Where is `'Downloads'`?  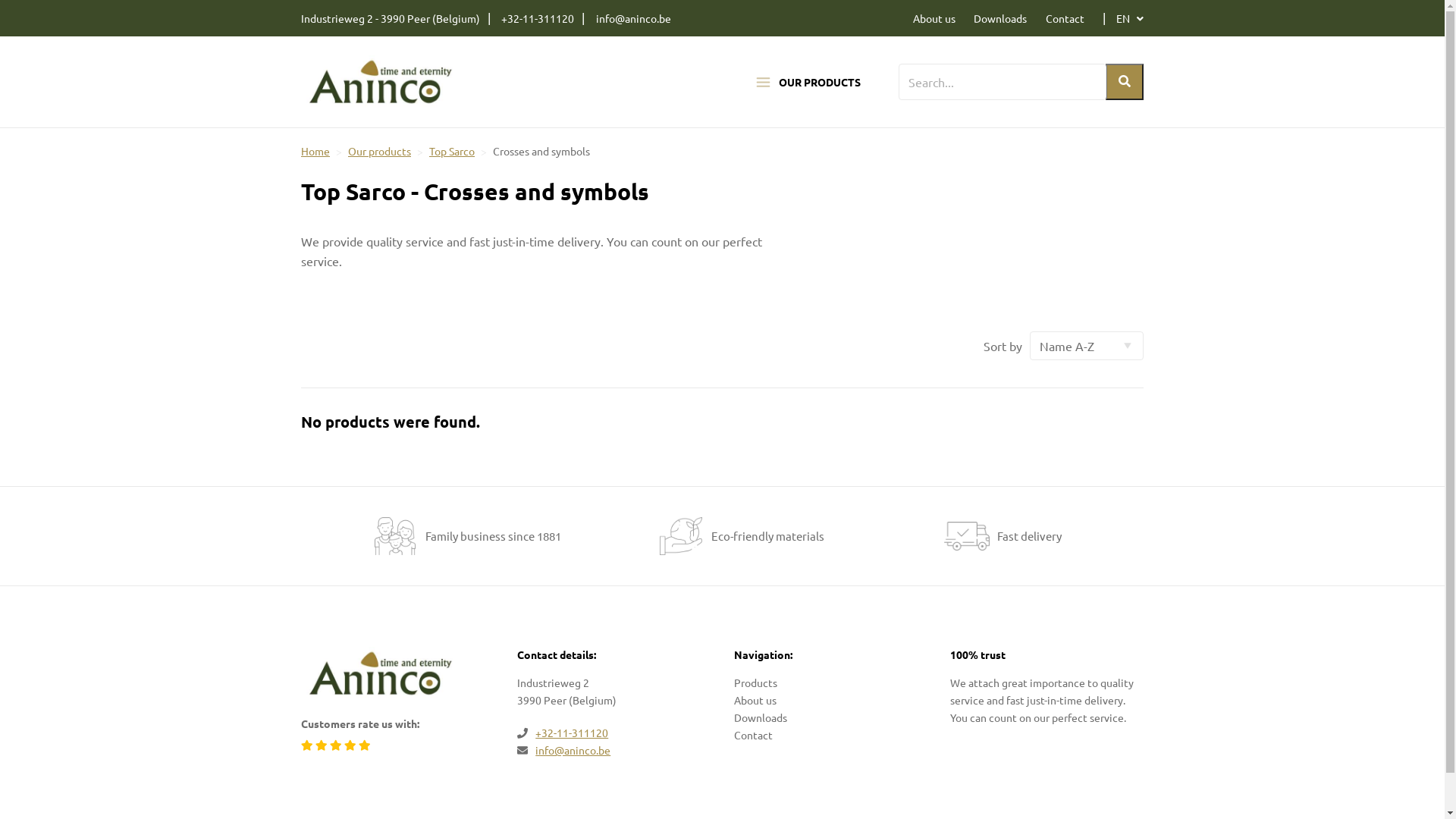 'Downloads' is located at coordinates (1000, 17).